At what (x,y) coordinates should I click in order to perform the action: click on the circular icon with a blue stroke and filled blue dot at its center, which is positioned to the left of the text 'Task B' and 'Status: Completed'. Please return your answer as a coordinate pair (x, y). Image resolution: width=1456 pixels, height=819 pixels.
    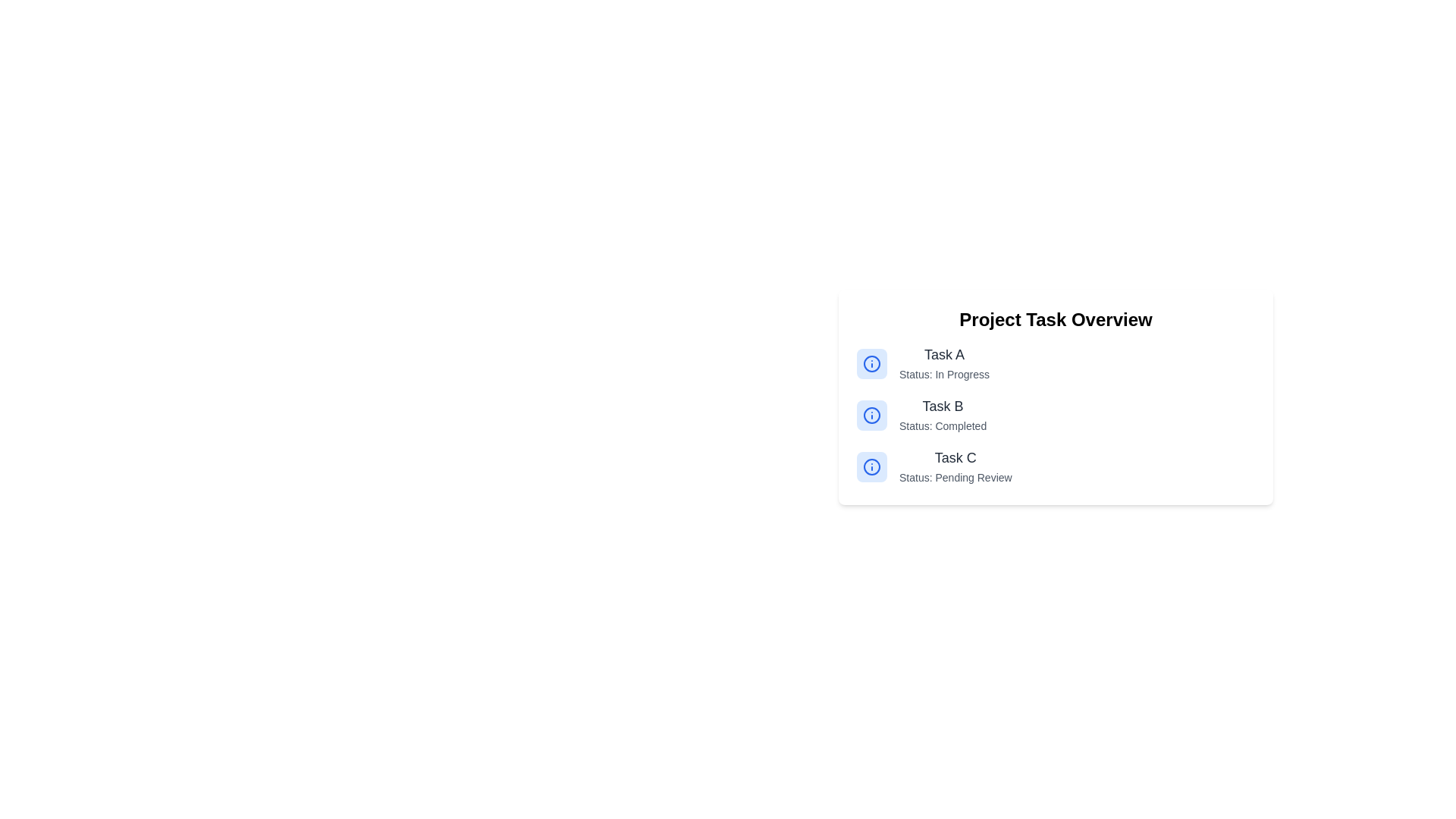
    Looking at the image, I should click on (872, 415).